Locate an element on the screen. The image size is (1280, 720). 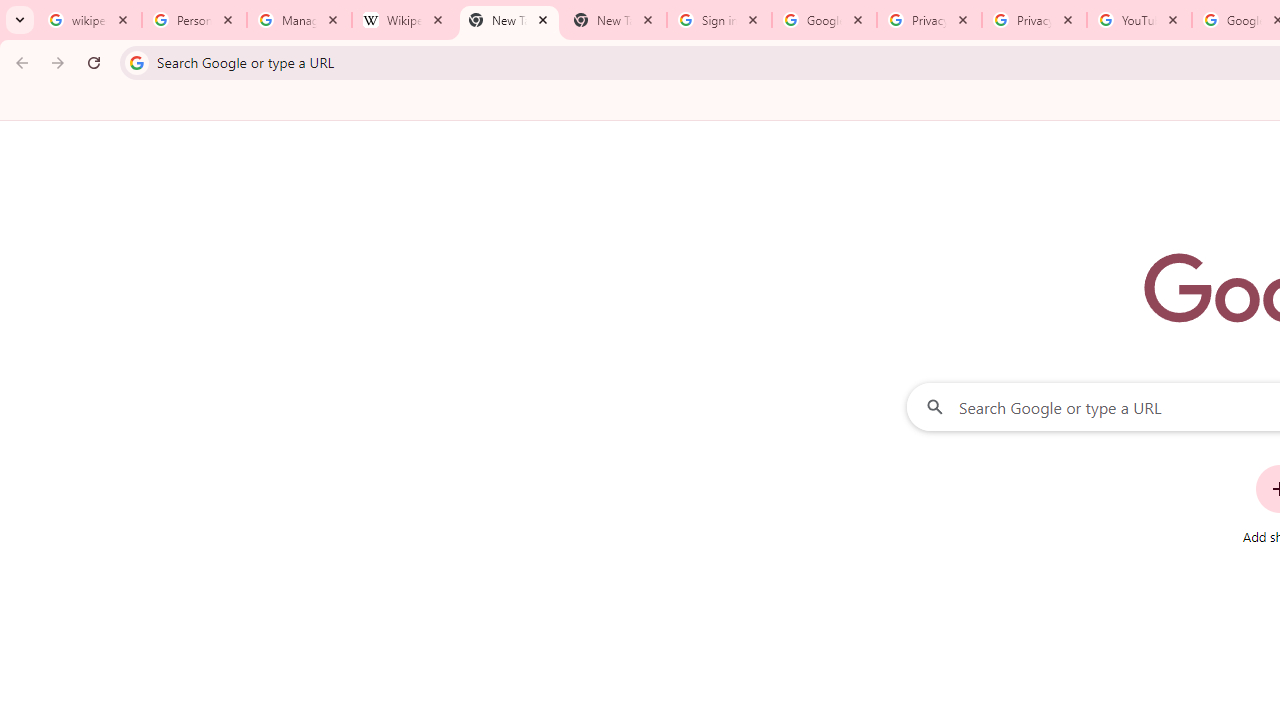
'New Tab' is located at coordinates (509, 20).